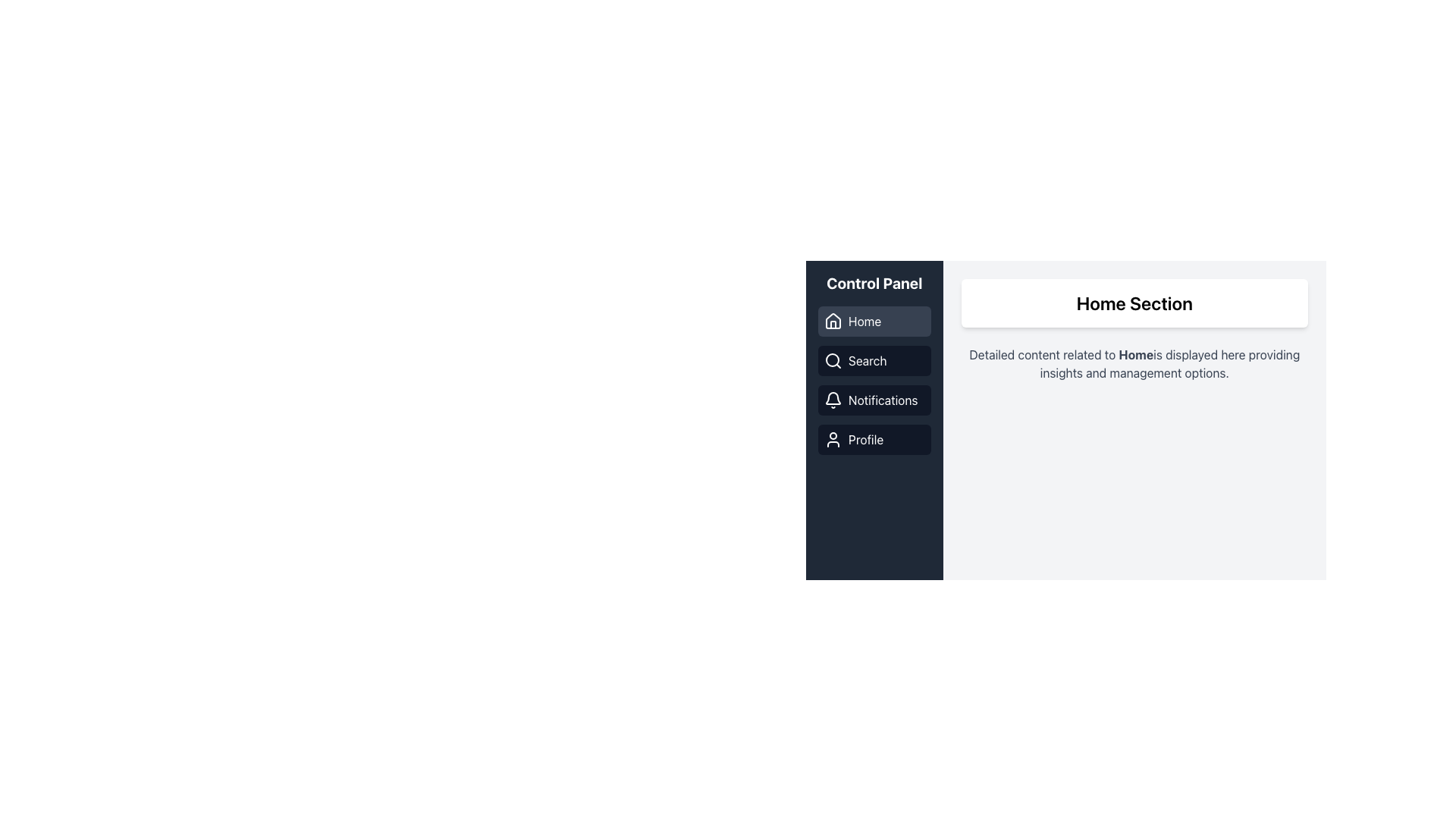 The width and height of the screenshot is (1456, 819). I want to click on the Informational panel located in the center-right portion of the interface that provides details about the 'Home Section', so click(1065, 411).